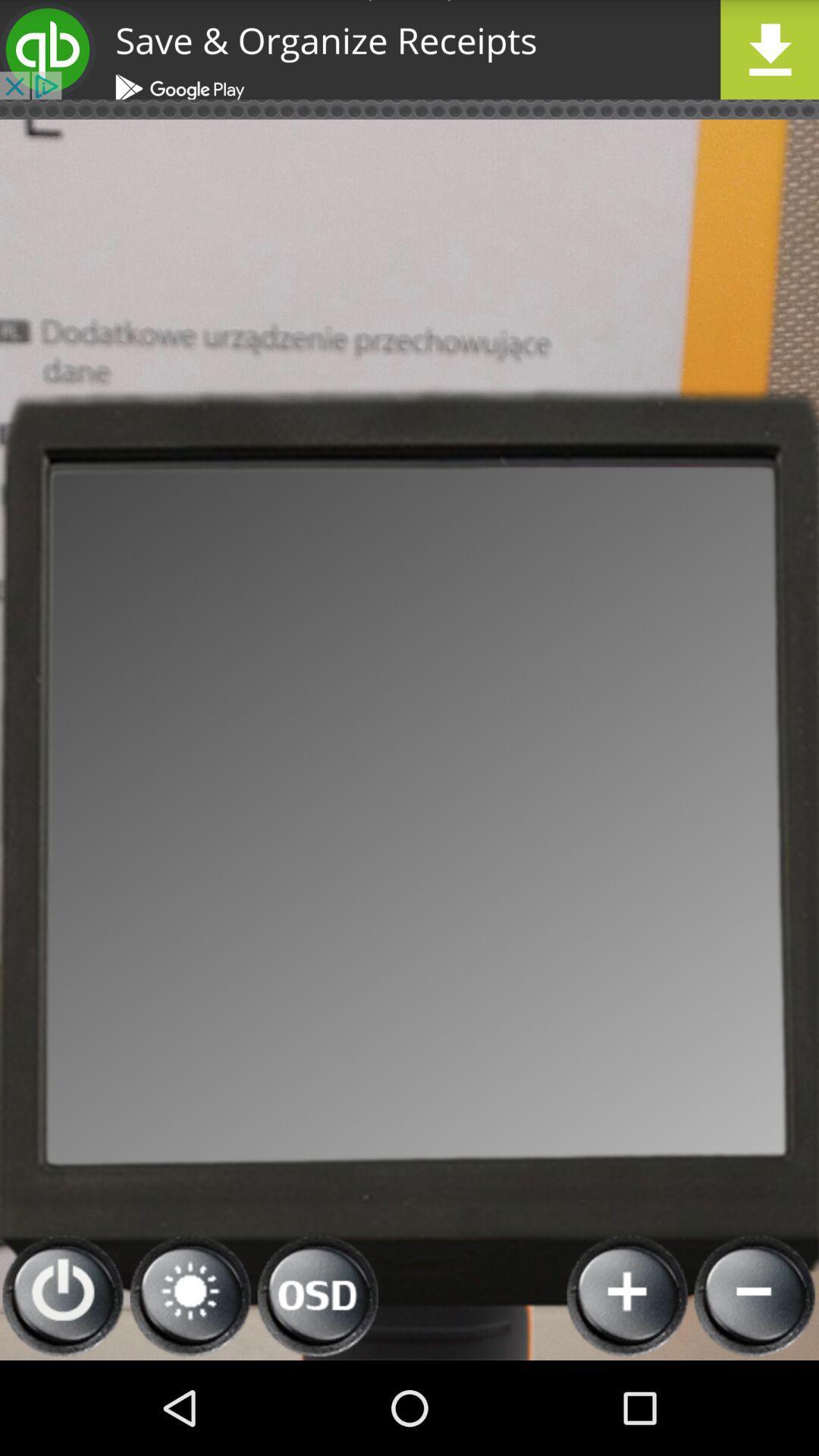 This screenshot has width=819, height=1456. Describe the element at coordinates (755, 1295) in the screenshot. I see `reduce the volume` at that location.